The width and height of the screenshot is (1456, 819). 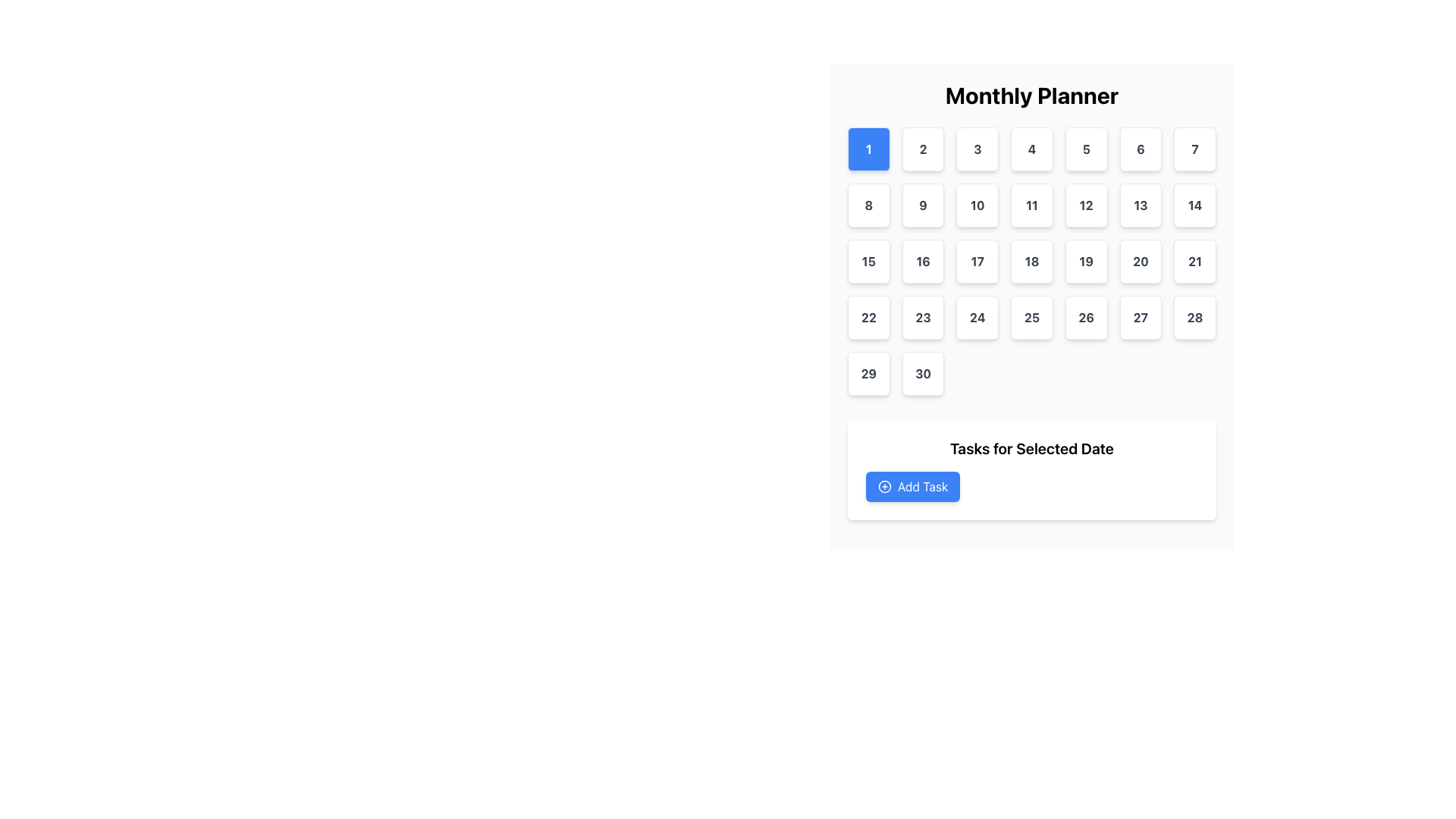 What do you see at coordinates (1141, 317) in the screenshot?
I see `the button that selects the date '27' in the monthly calendar view` at bounding box center [1141, 317].